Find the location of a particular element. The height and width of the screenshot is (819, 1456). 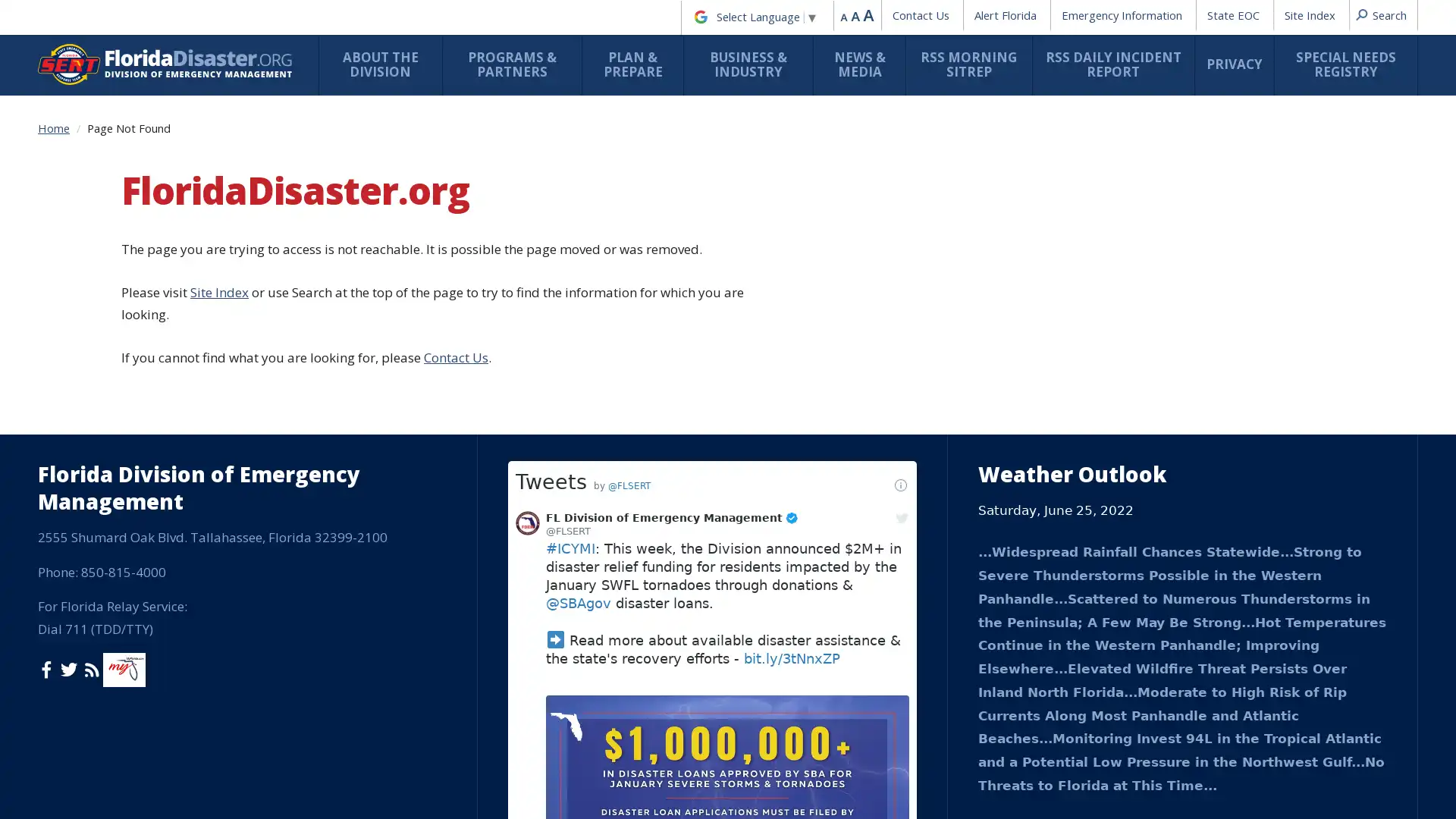

Toggle More is located at coordinates (455, 338).